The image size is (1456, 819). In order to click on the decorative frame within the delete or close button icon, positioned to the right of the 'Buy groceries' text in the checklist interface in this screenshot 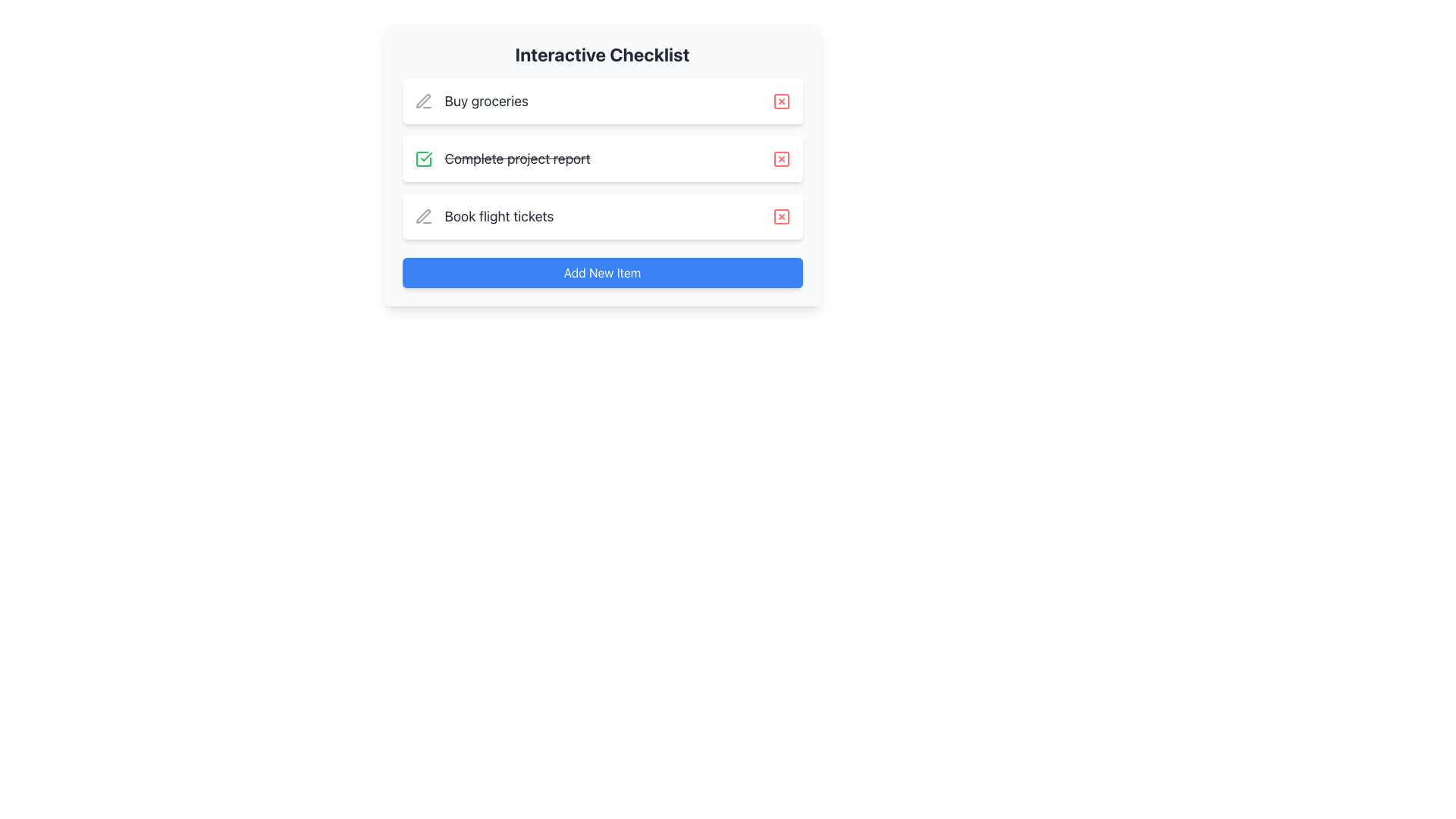, I will do `click(781, 102)`.